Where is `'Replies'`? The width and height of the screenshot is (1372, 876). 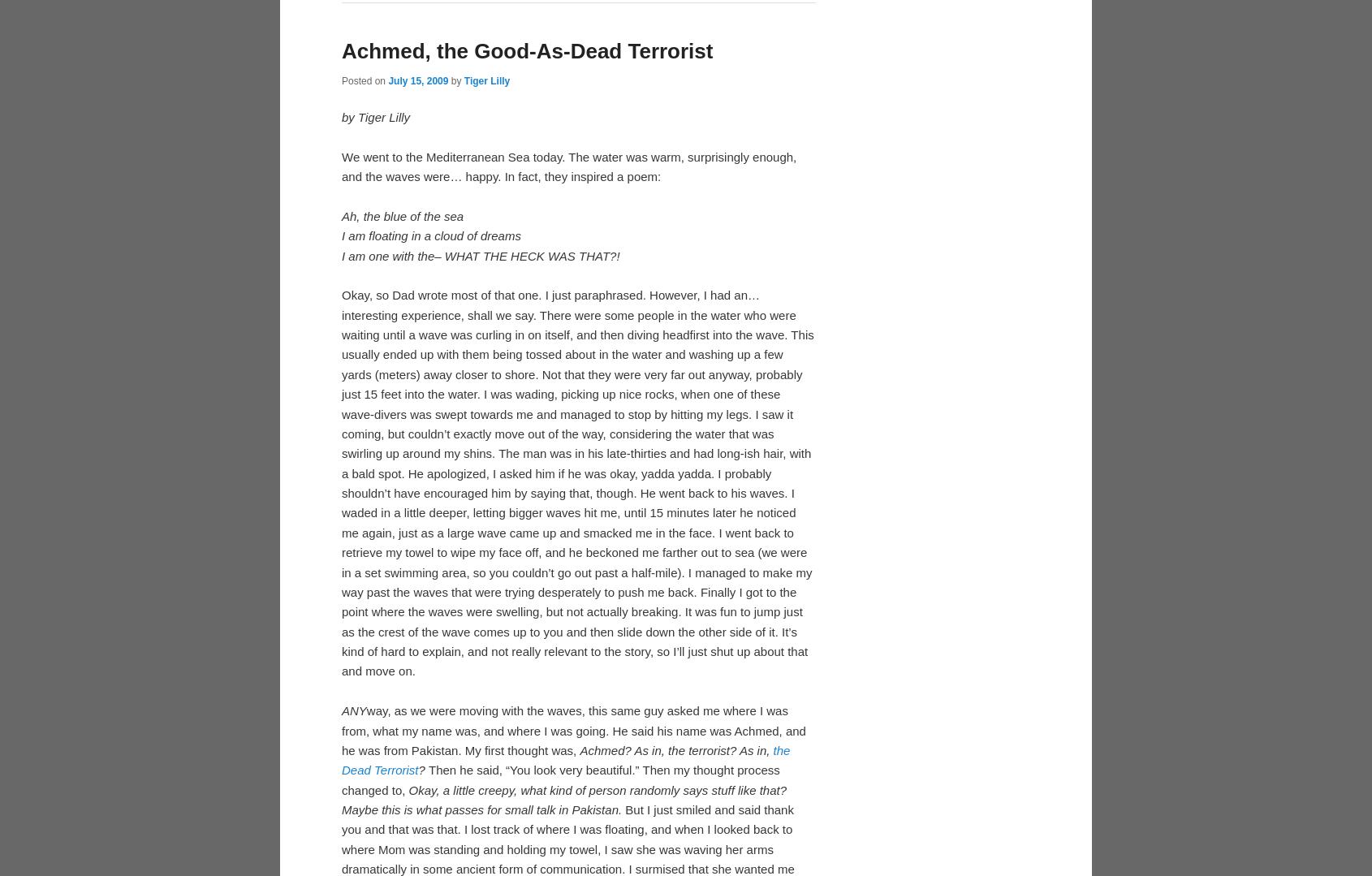
'Replies' is located at coordinates (623, 239).